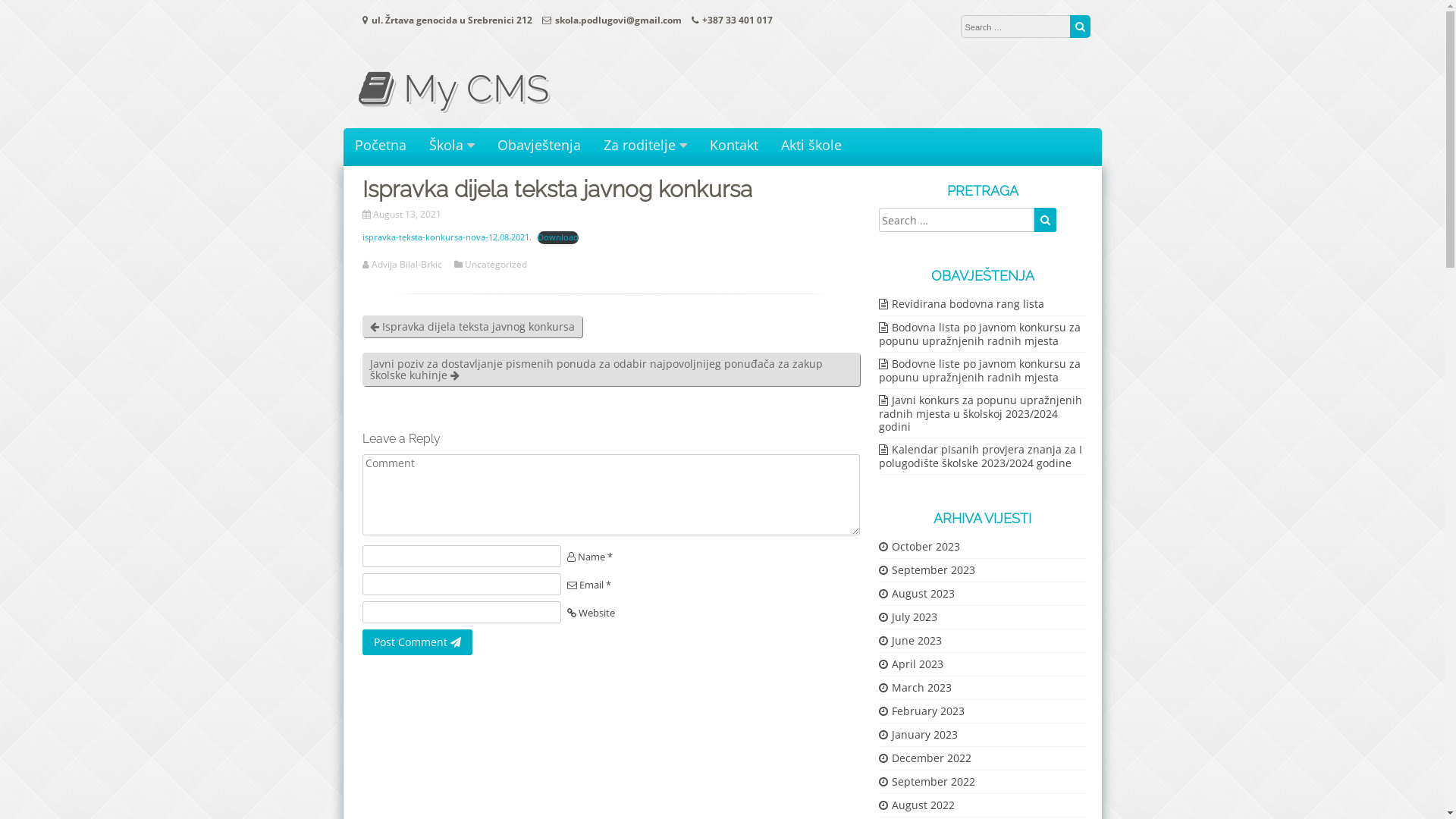 The width and height of the screenshot is (1456, 819). What do you see at coordinates (408, 214) in the screenshot?
I see `'August 13, 2021'` at bounding box center [408, 214].